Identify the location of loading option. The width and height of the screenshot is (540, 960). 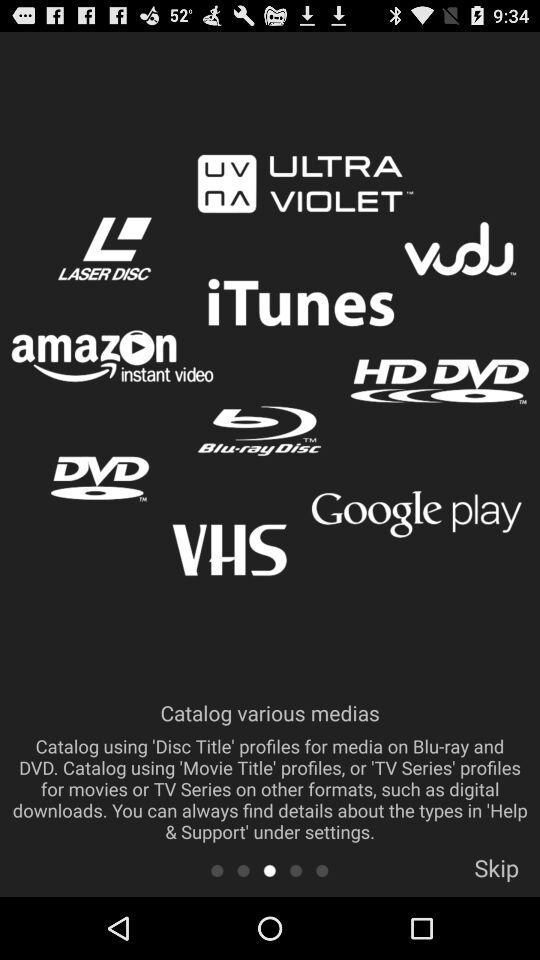
(269, 869).